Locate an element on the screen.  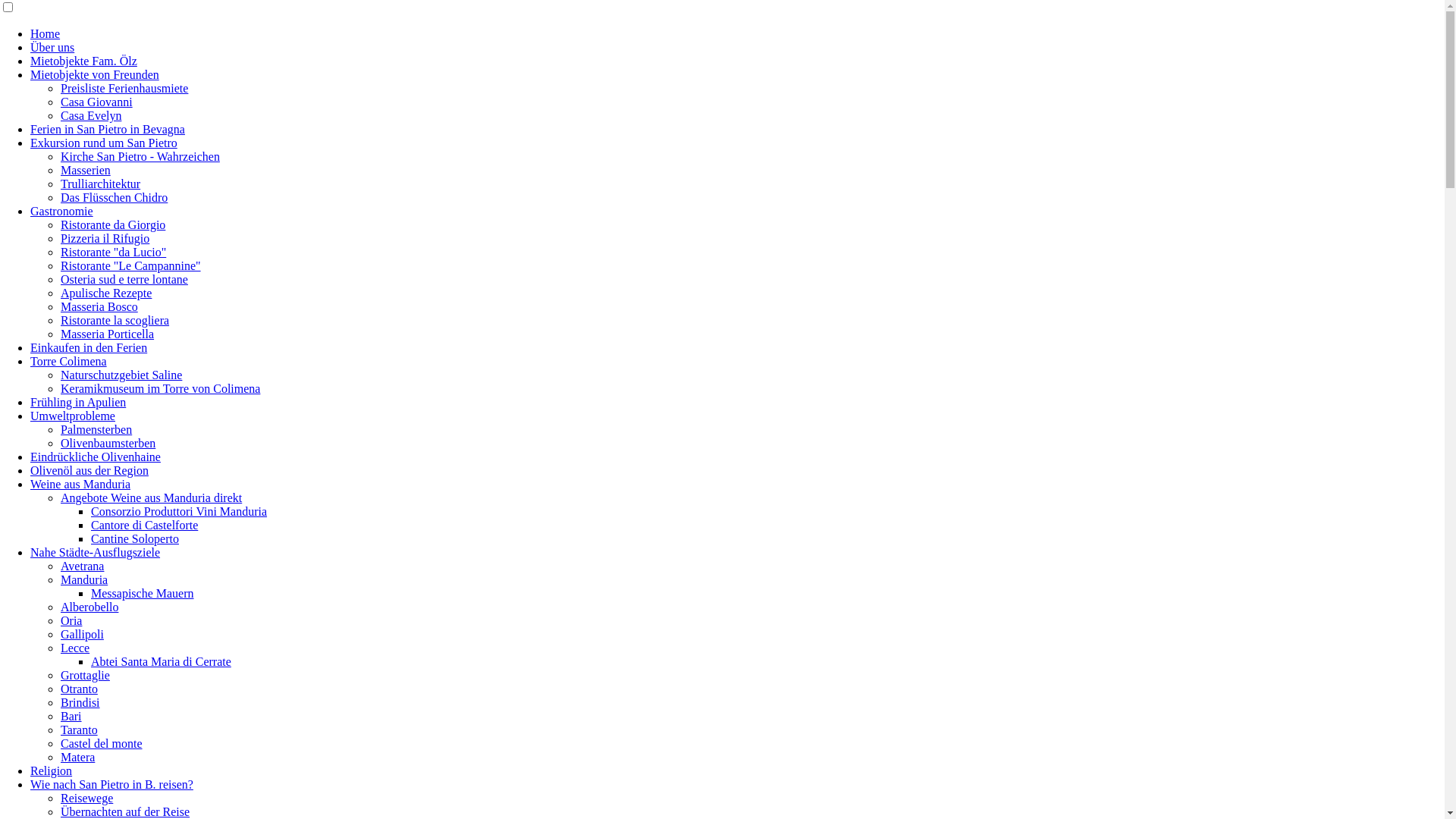
'Cantore di Castelforte' is located at coordinates (144, 524).